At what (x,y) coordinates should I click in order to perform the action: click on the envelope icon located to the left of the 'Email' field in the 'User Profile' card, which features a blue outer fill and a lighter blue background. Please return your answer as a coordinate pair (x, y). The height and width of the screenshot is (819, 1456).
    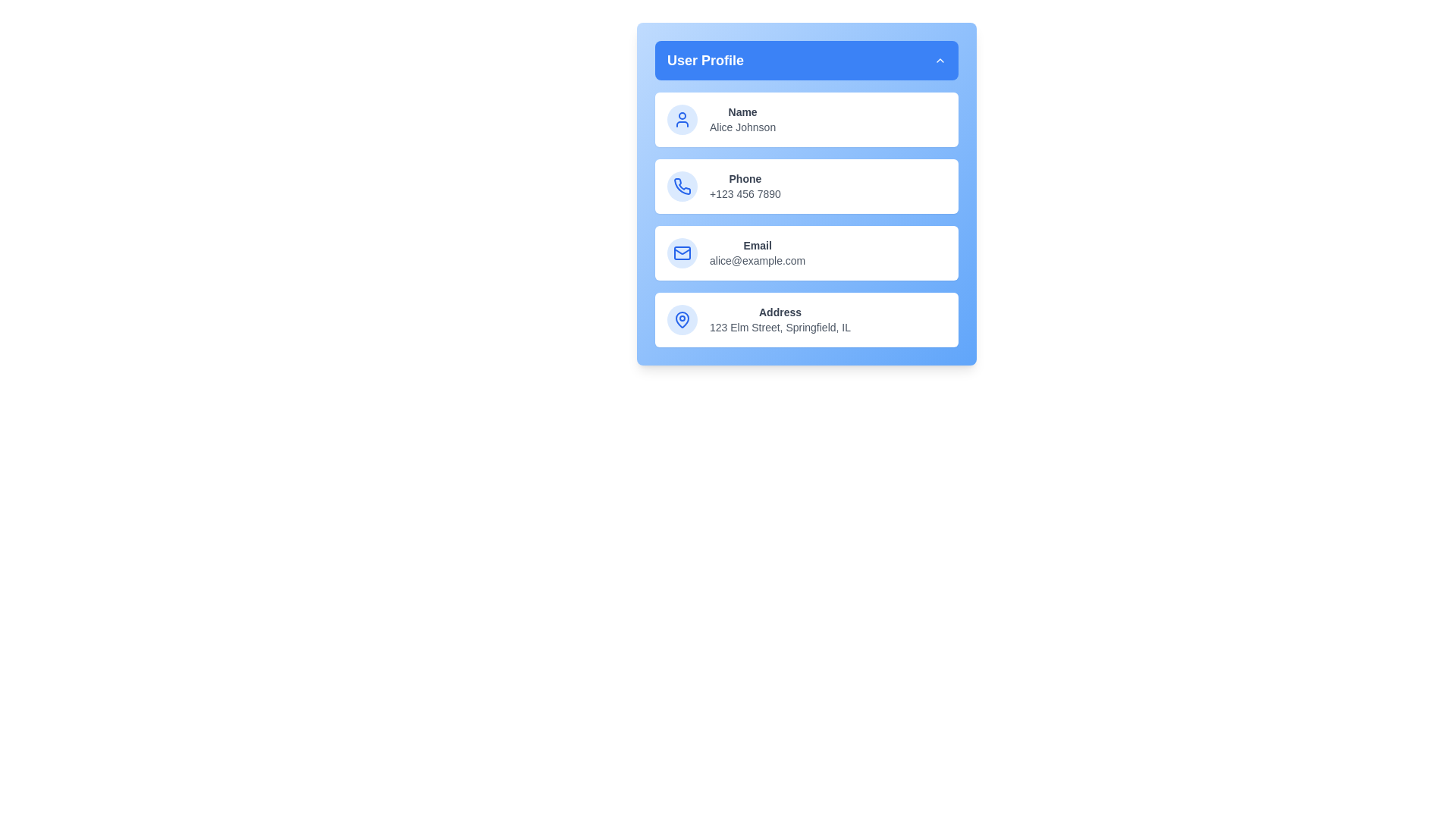
    Looking at the image, I should click on (682, 253).